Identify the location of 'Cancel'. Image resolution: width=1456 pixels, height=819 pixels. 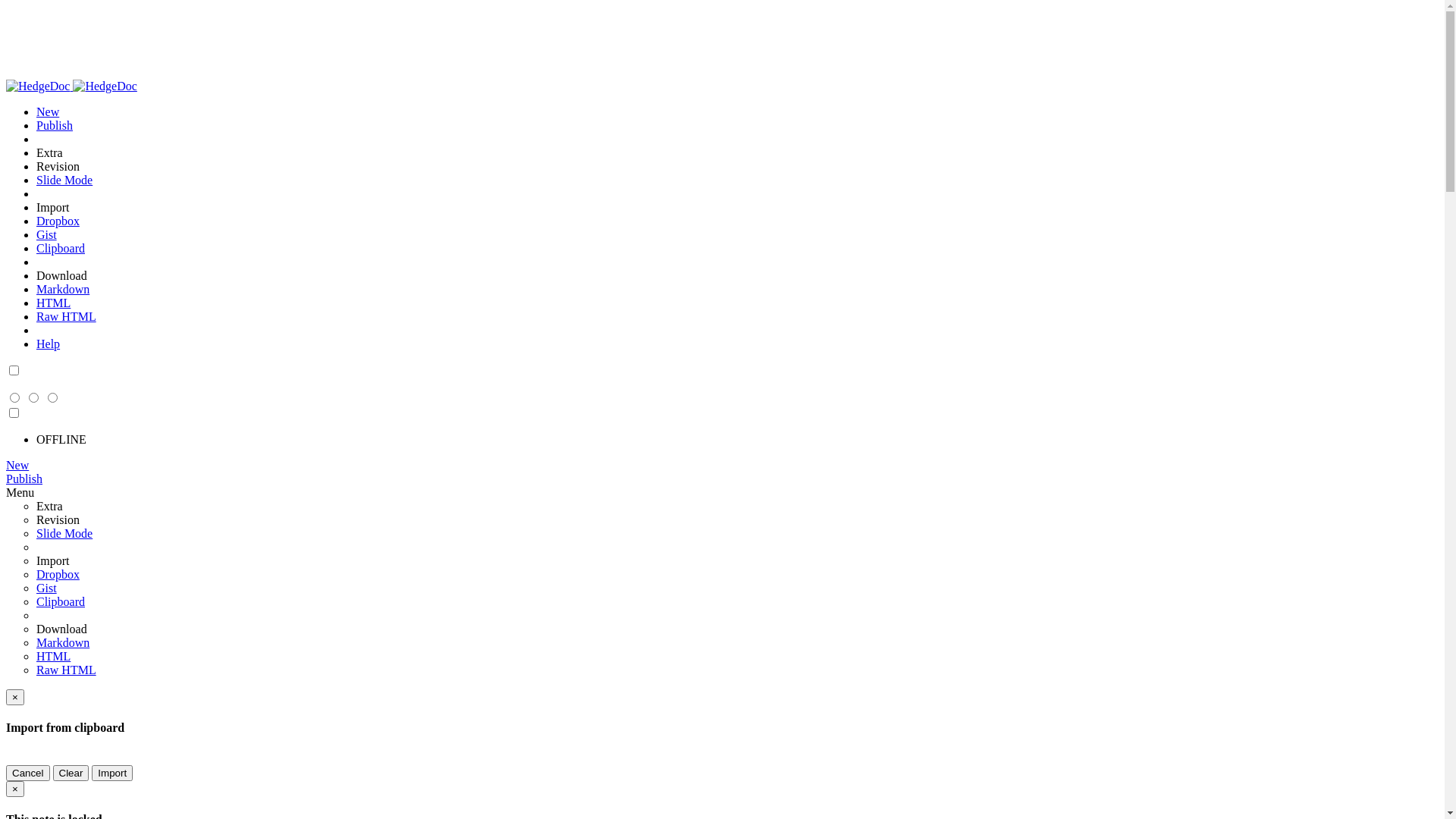
(28, 773).